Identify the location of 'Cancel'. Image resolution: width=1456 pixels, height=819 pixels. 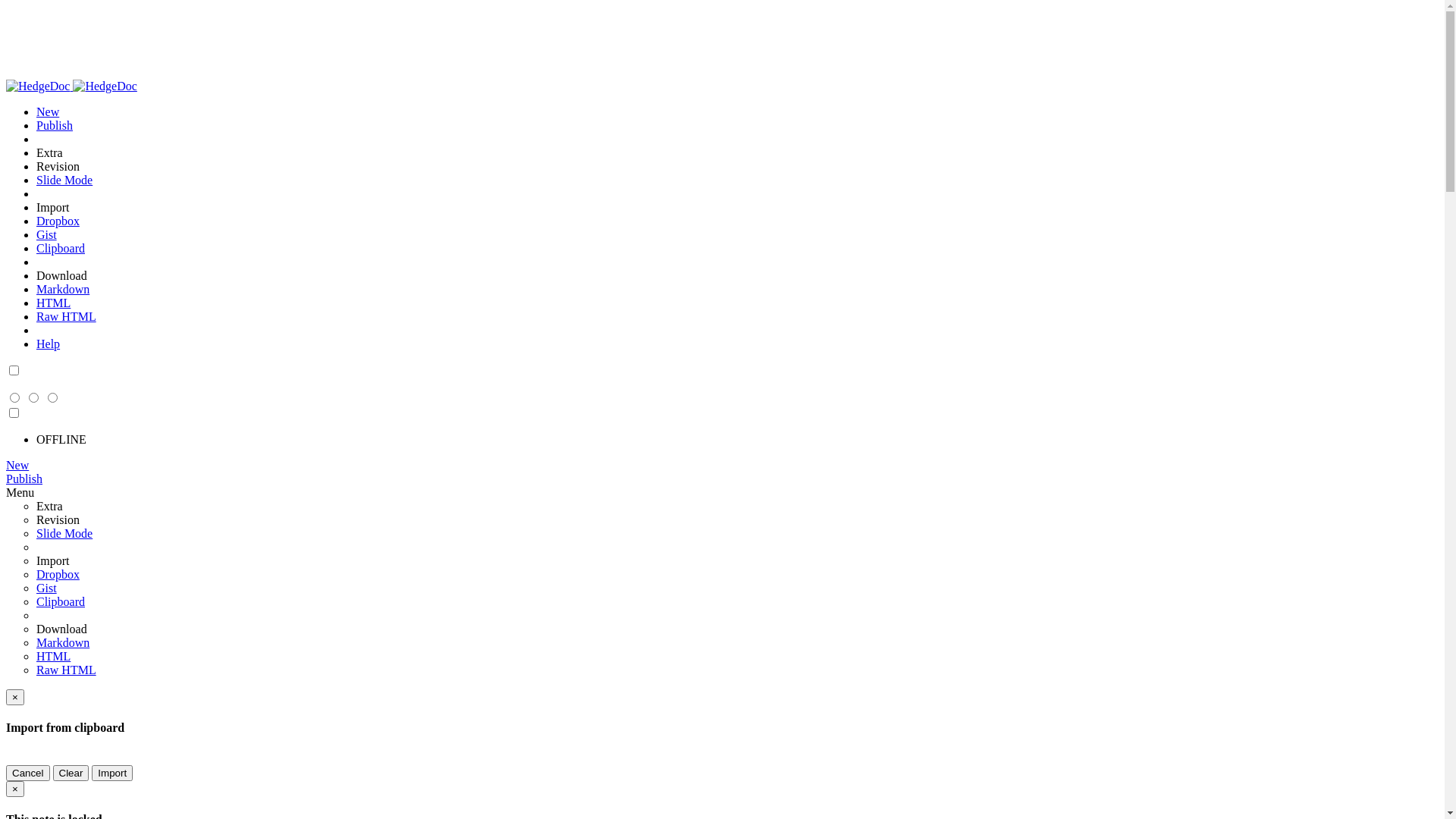
(28, 773).